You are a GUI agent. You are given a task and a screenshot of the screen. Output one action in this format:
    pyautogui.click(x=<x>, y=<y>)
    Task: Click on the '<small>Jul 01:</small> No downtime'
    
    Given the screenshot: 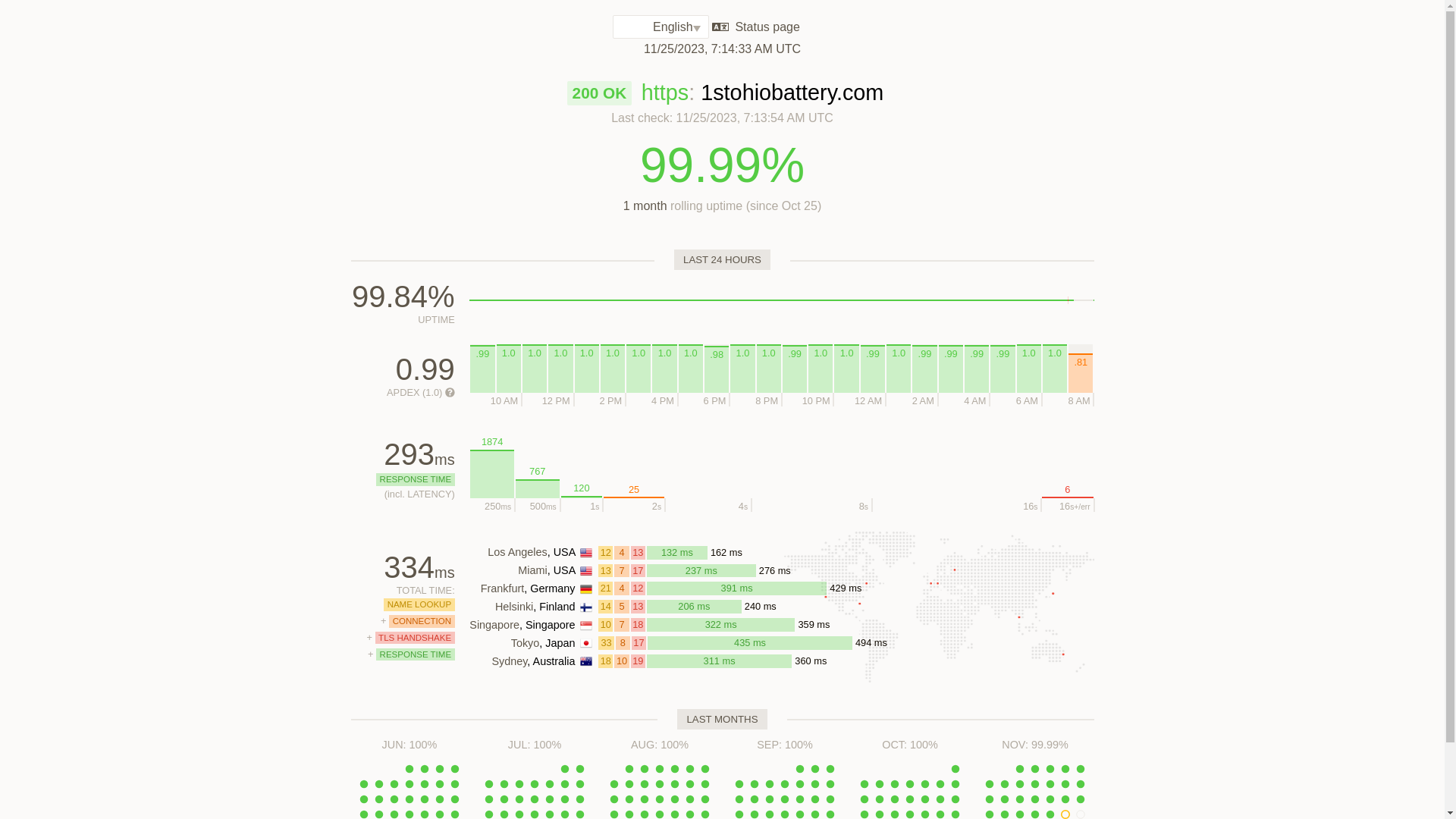 What is the action you would take?
    pyautogui.click(x=563, y=769)
    